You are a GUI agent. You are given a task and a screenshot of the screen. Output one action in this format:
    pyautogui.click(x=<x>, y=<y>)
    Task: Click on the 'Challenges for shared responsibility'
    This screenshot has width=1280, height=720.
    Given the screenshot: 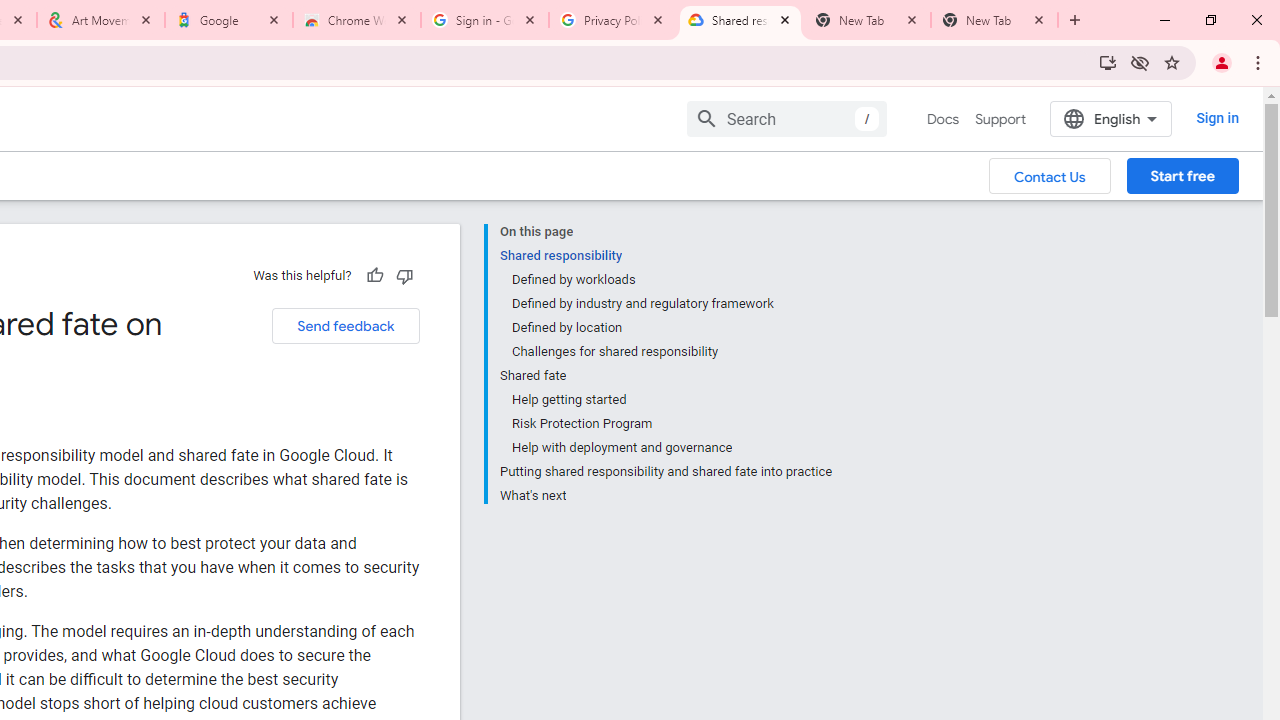 What is the action you would take?
    pyautogui.click(x=671, y=351)
    